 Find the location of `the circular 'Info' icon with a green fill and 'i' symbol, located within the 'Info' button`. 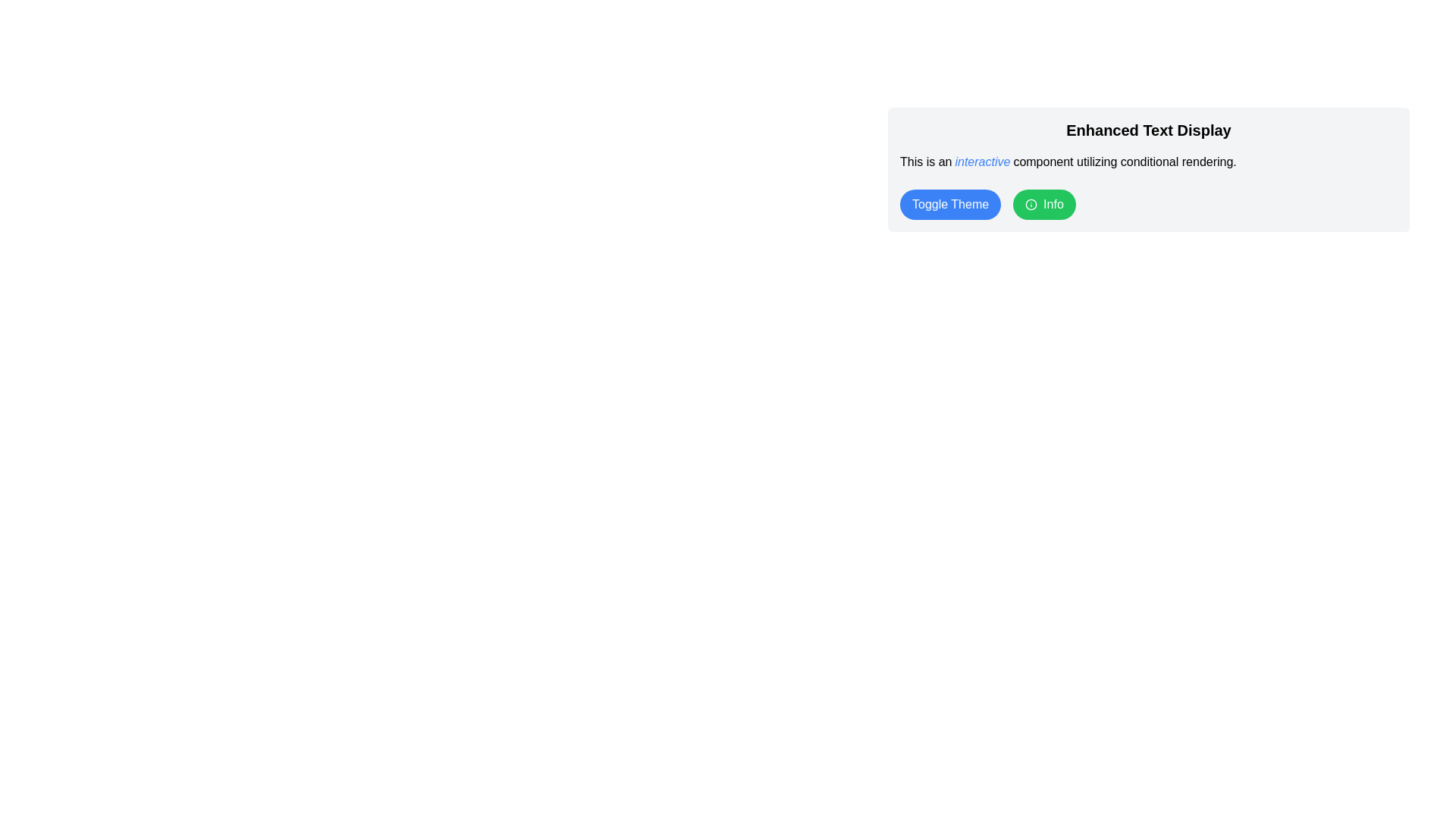

the circular 'Info' icon with a green fill and 'i' symbol, located within the 'Info' button is located at coordinates (1031, 205).